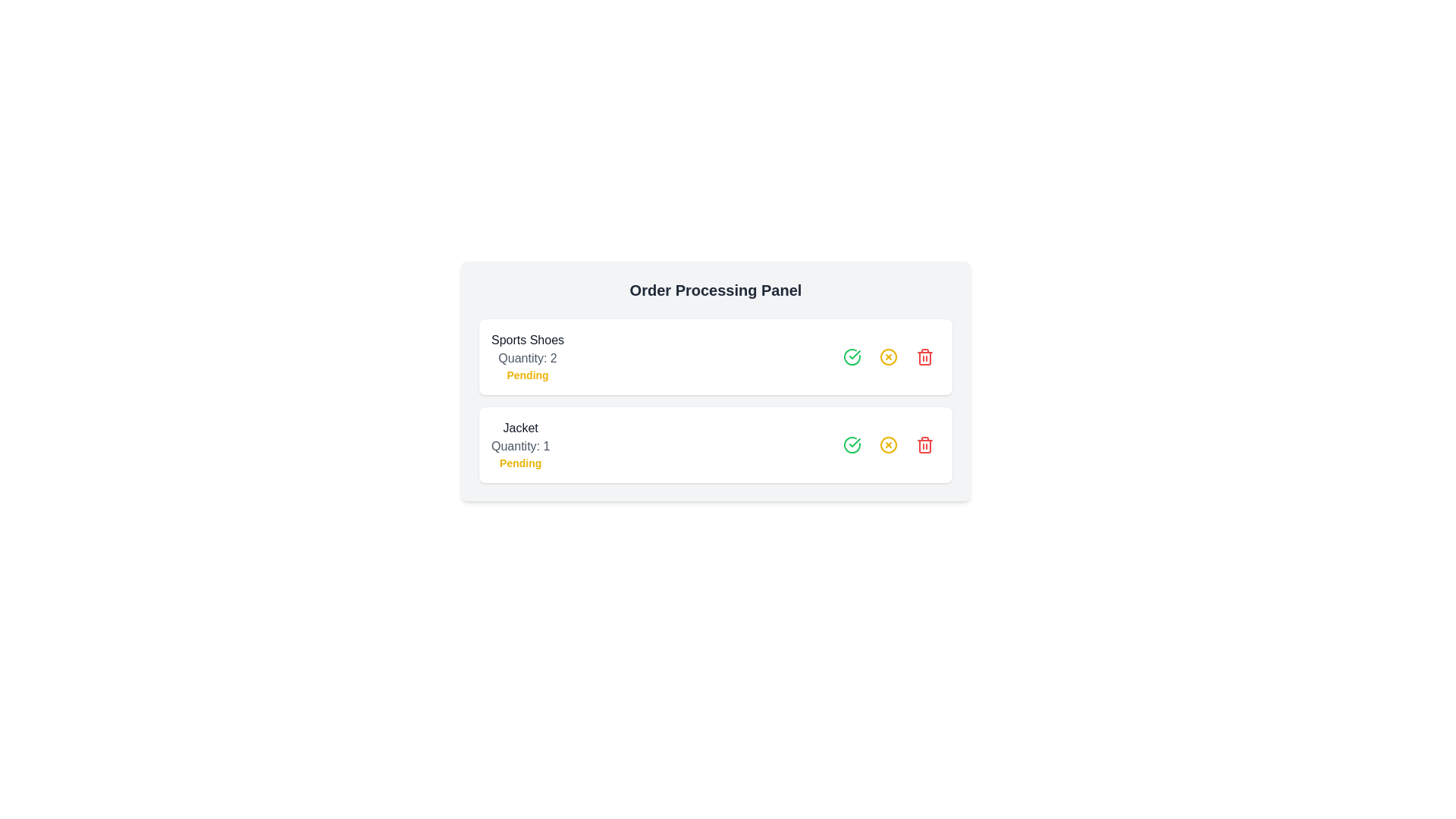 This screenshot has width=1456, height=819. Describe the element at coordinates (852, 356) in the screenshot. I see `the confirmation button located to the left of the 'Sports Shoes' item entry to change its shade` at that location.